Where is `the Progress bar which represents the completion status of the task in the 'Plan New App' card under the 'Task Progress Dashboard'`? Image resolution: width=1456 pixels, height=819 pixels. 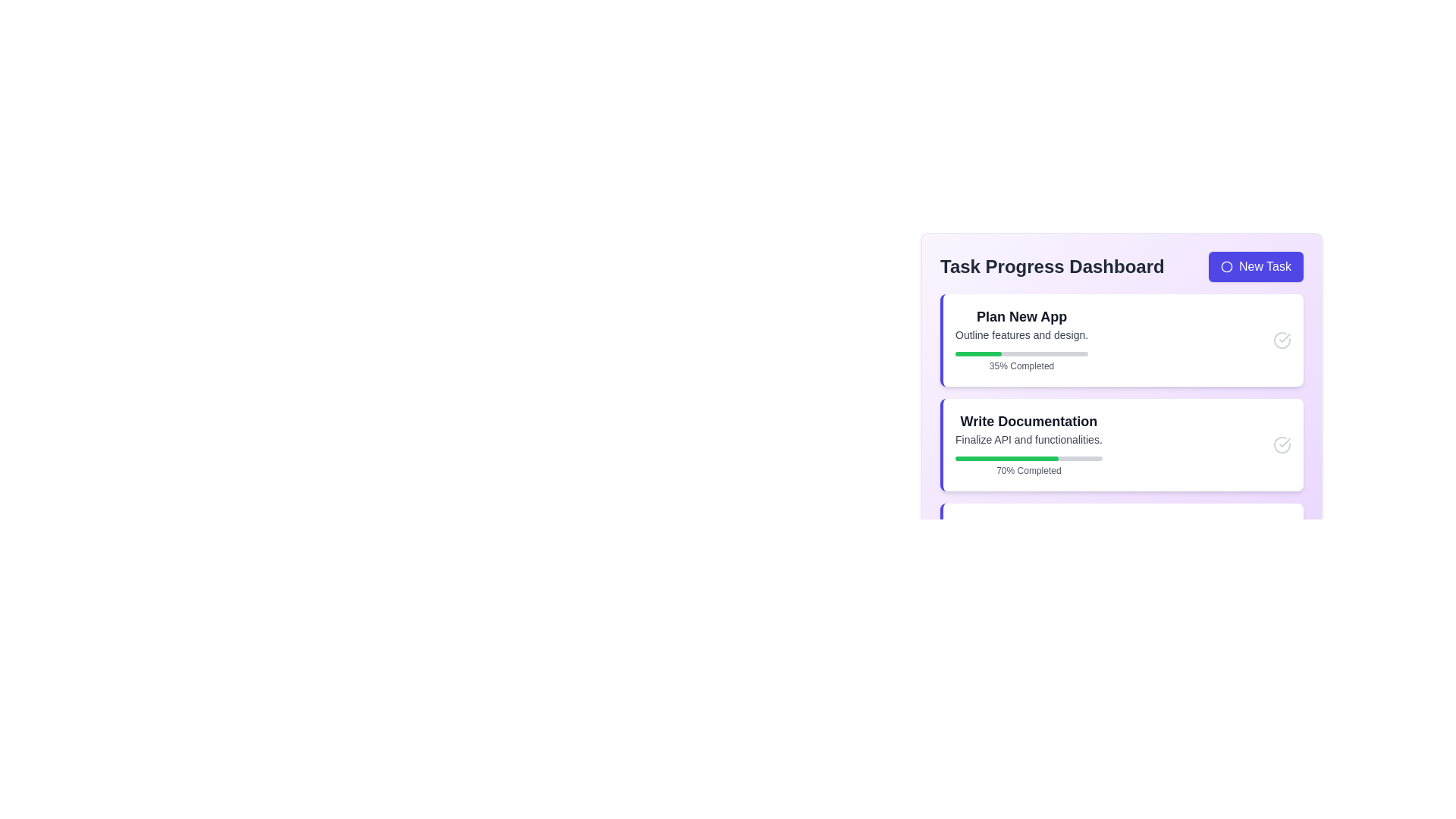
the Progress bar which represents the completion status of the task in the 'Plan New App' card under the 'Task Progress Dashboard' is located at coordinates (978, 353).